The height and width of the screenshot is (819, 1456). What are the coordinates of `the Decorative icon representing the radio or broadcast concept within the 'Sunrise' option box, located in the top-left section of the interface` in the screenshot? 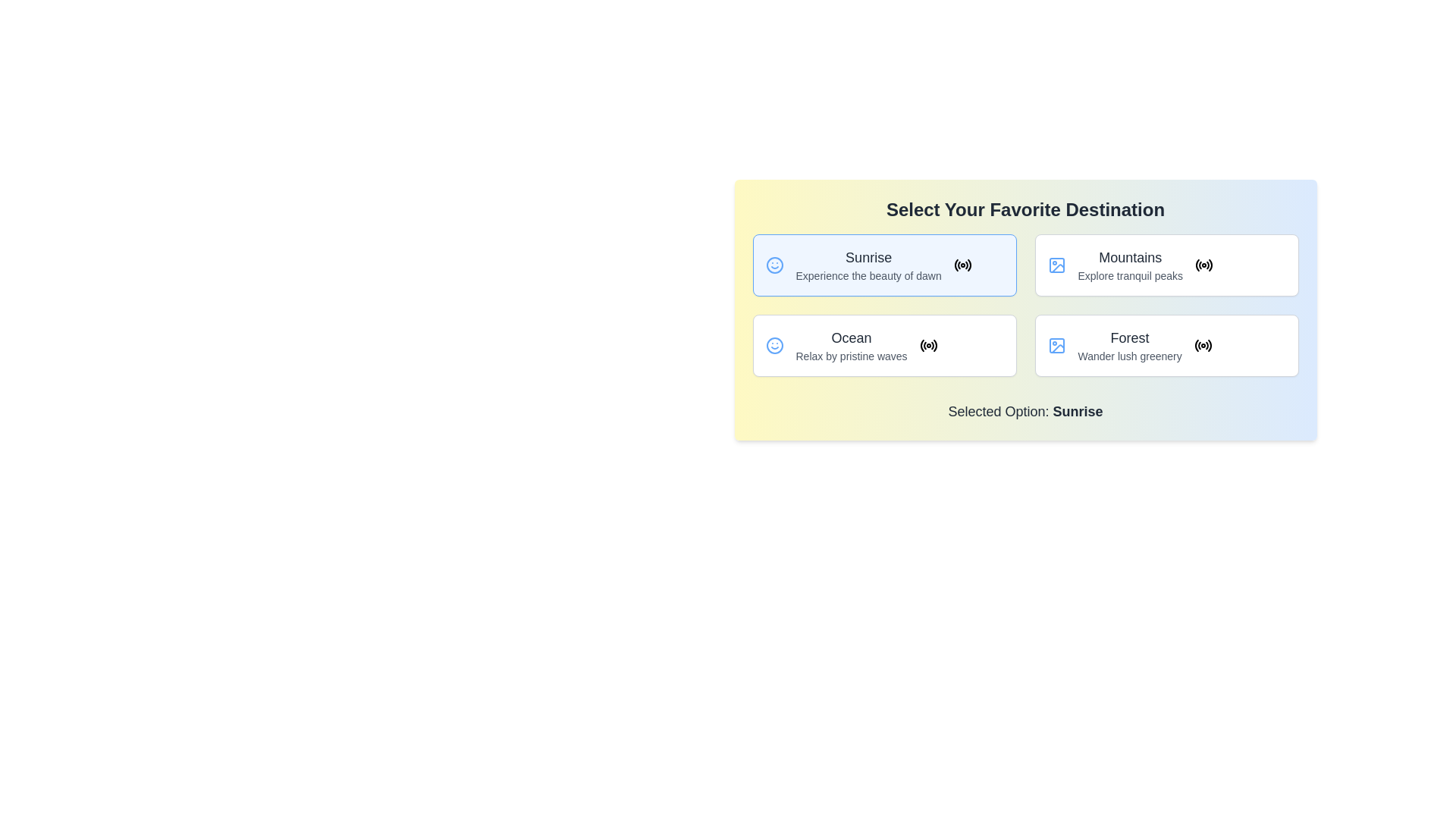 It's located at (962, 265).